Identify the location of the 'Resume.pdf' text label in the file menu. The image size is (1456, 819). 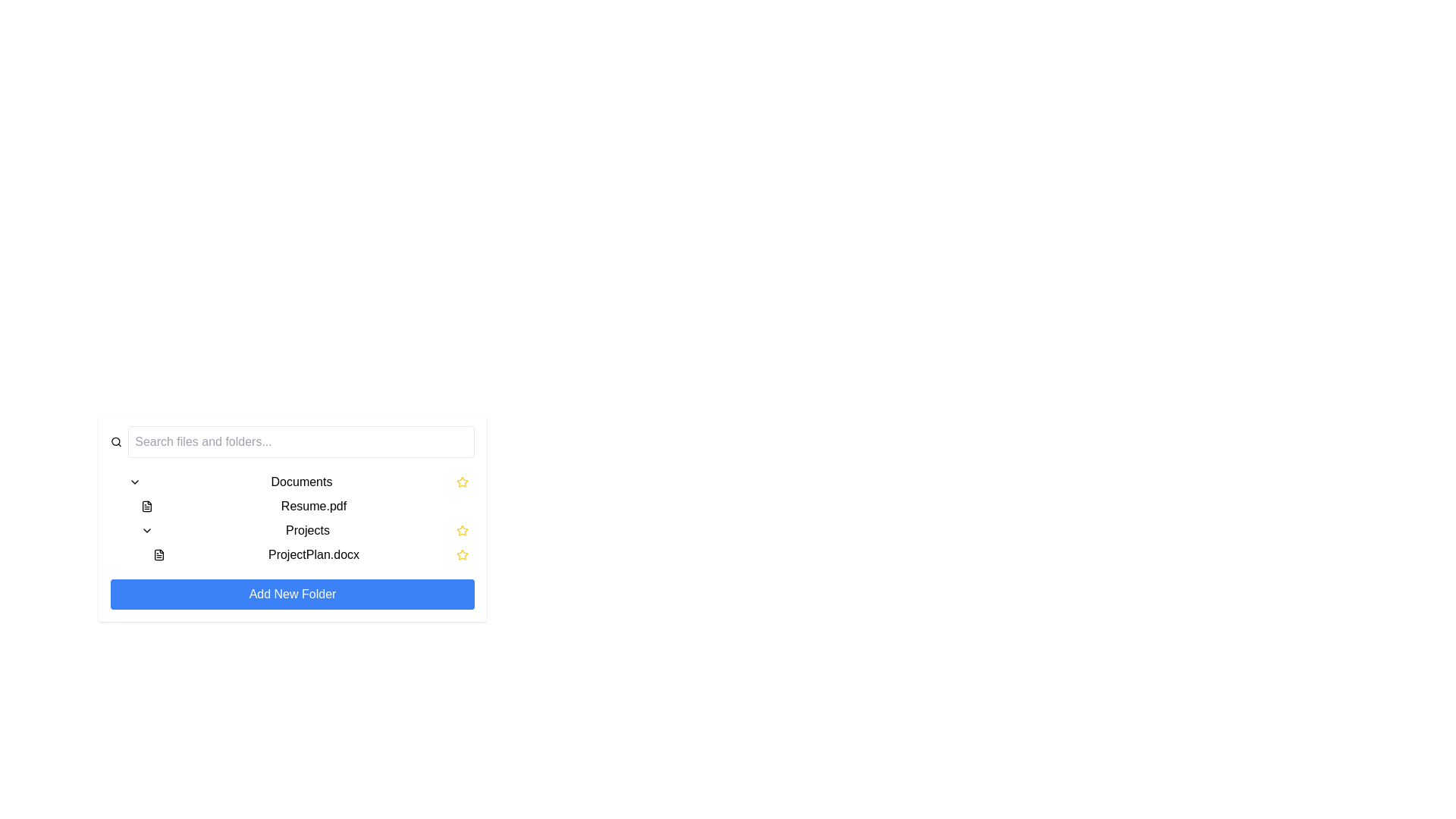
(304, 506).